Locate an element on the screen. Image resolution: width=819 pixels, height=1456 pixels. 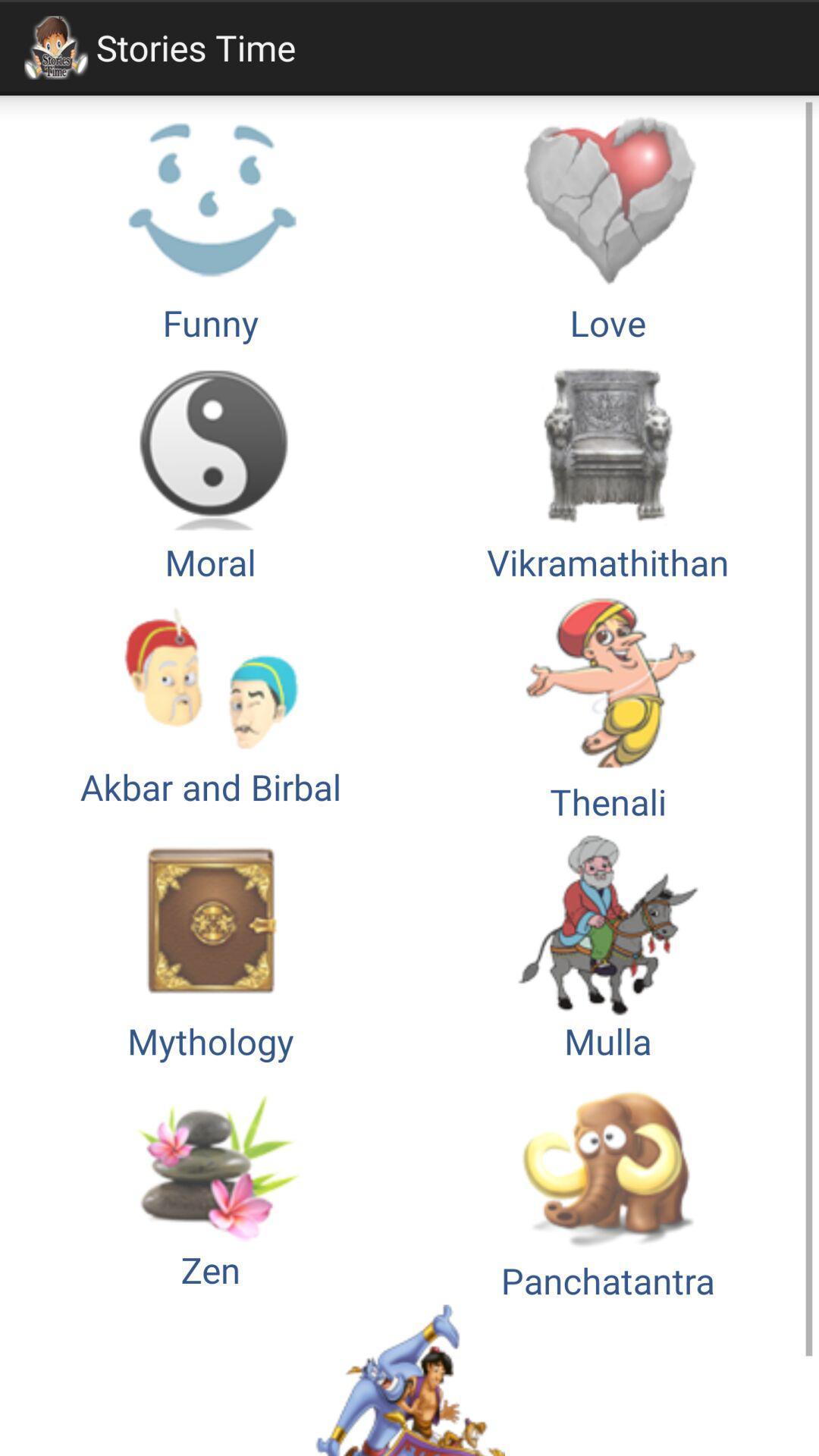
the image which is below zen and panchatantra images is located at coordinates (409, 1380).